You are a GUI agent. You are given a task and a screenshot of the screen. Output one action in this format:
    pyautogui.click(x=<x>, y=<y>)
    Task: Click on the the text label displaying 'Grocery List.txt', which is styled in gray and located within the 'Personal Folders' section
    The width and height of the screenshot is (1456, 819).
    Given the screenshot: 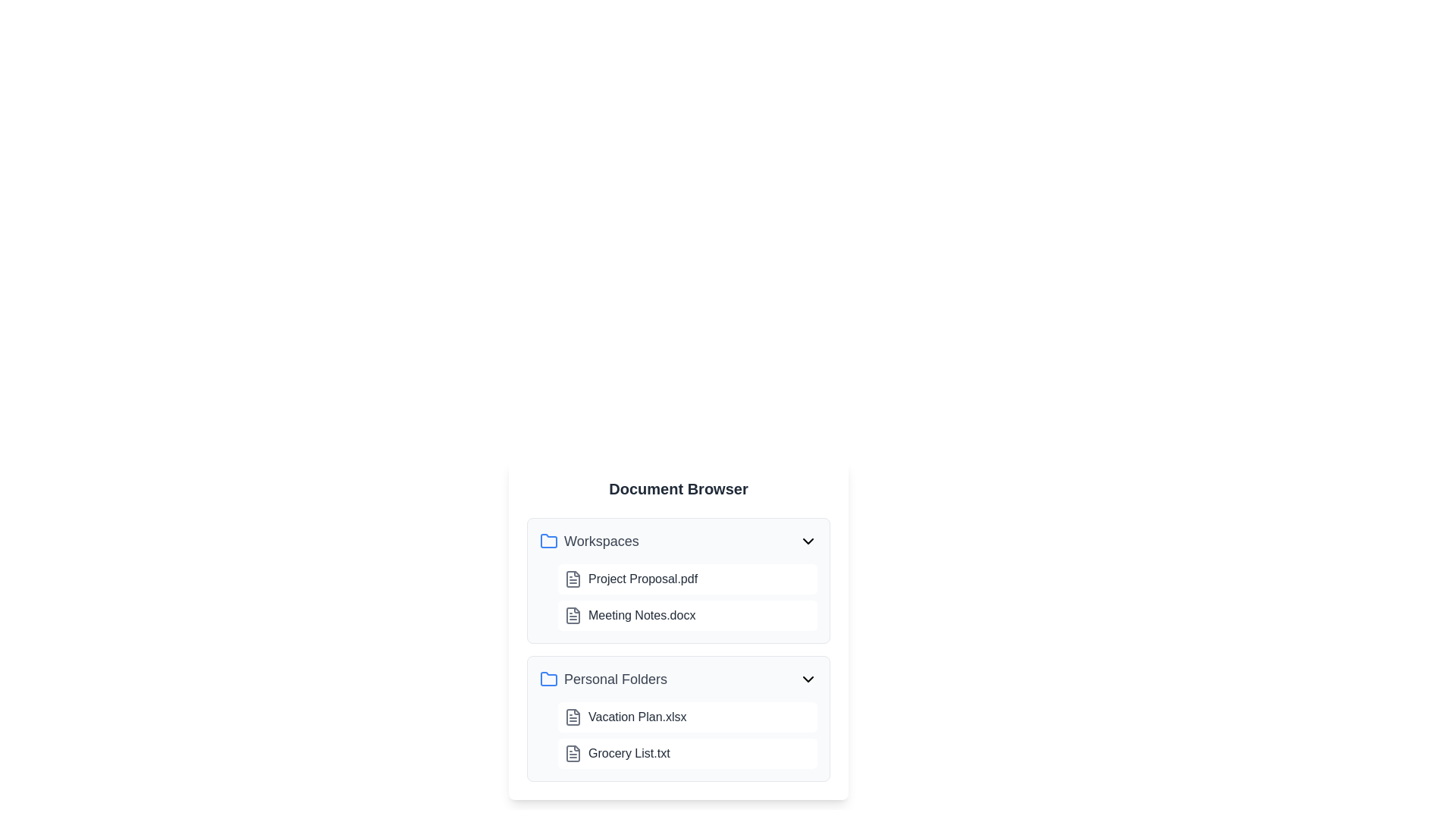 What is the action you would take?
    pyautogui.click(x=629, y=754)
    